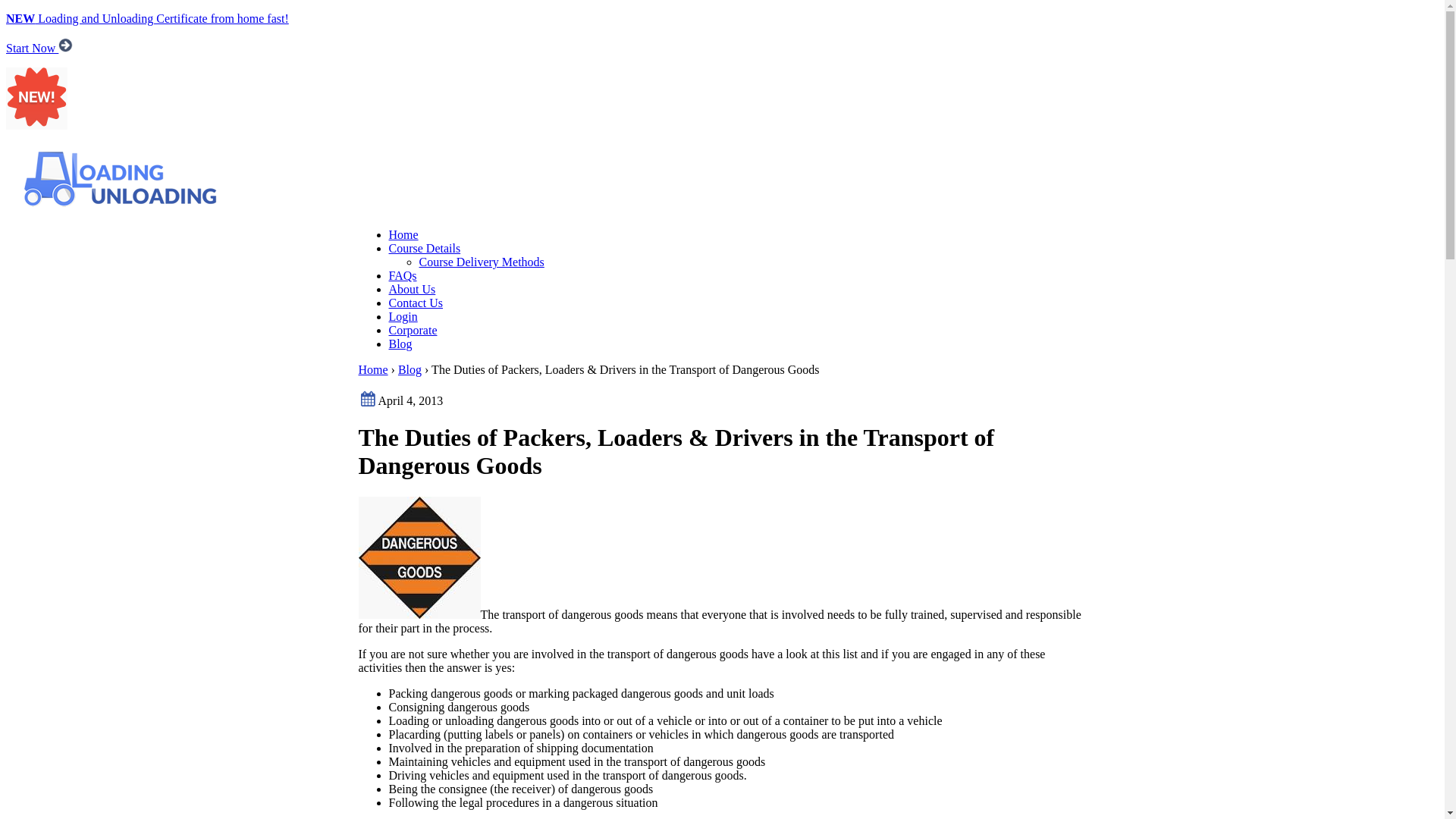 The width and height of the screenshot is (1456, 819). What do you see at coordinates (388, 234) in the screenshot?
I see `'Home'` at bounding box center [388, 234].